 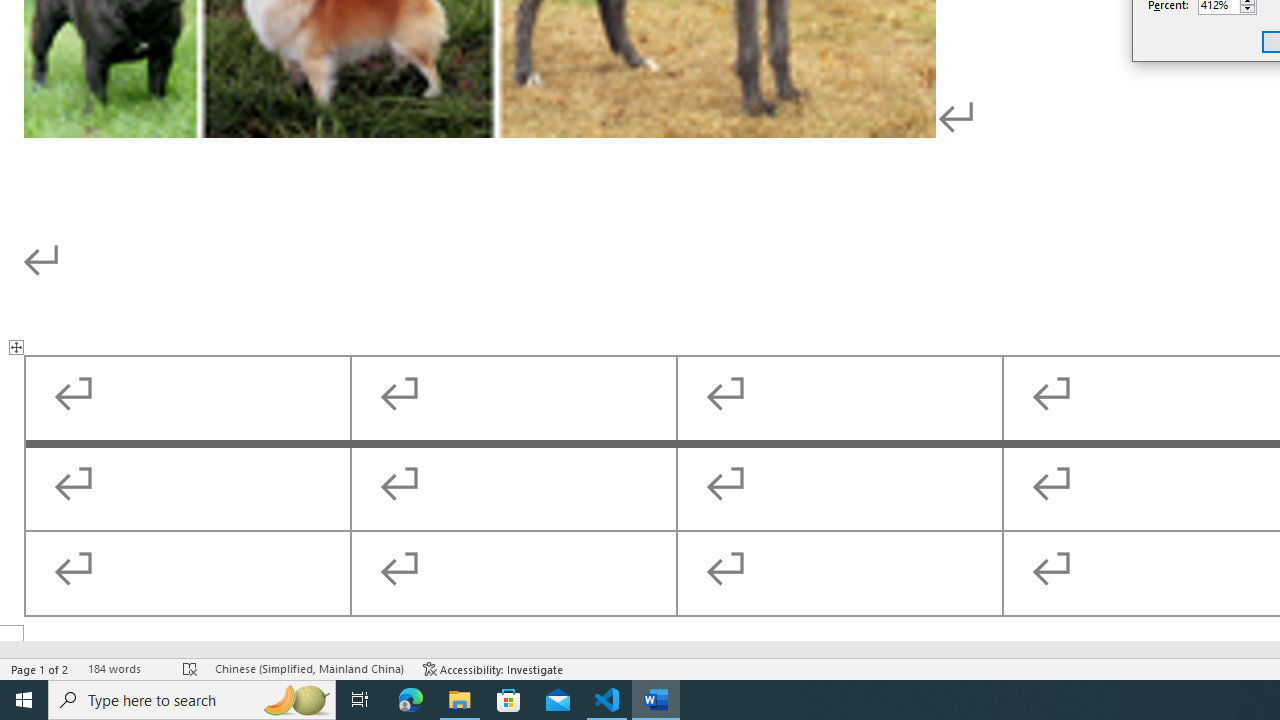 I want to click on 'Word Count 184 words', so click(x=124, y=669).